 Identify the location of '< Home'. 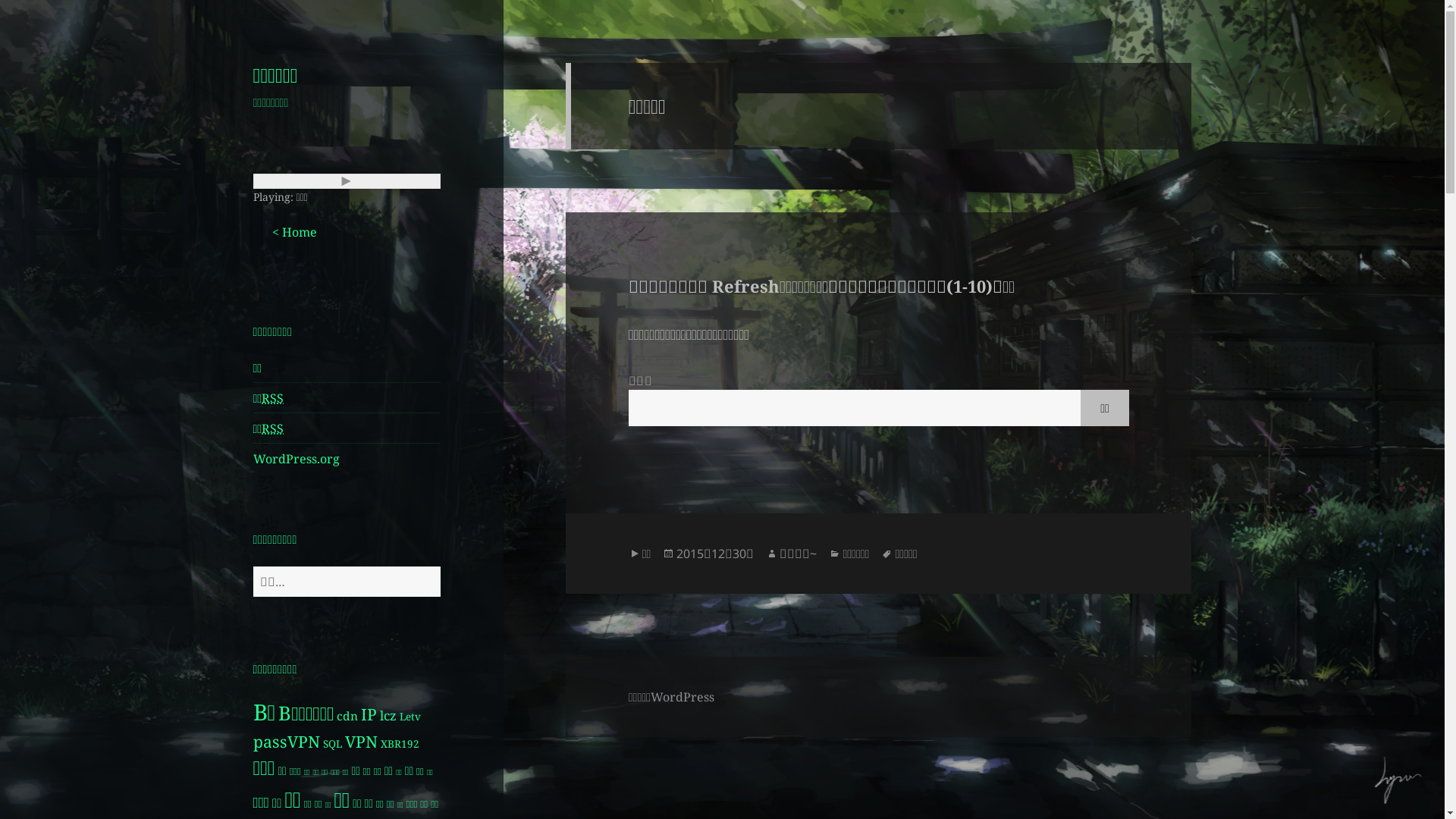
(294, 231).